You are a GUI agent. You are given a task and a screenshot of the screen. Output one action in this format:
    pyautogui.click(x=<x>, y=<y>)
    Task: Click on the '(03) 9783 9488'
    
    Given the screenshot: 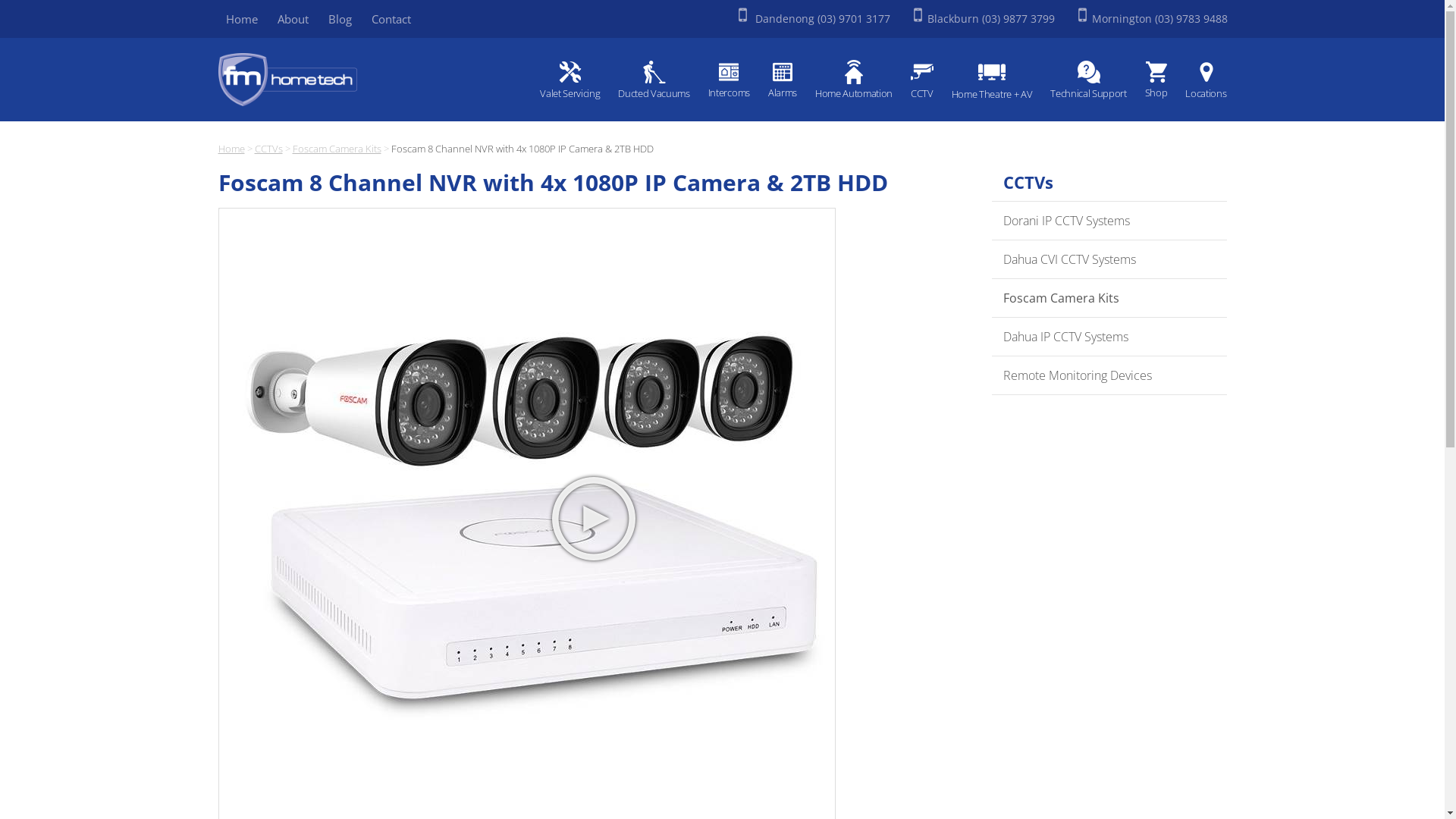 What is the action you would take?
    pyautogui.click(x=1190, y=18)
    